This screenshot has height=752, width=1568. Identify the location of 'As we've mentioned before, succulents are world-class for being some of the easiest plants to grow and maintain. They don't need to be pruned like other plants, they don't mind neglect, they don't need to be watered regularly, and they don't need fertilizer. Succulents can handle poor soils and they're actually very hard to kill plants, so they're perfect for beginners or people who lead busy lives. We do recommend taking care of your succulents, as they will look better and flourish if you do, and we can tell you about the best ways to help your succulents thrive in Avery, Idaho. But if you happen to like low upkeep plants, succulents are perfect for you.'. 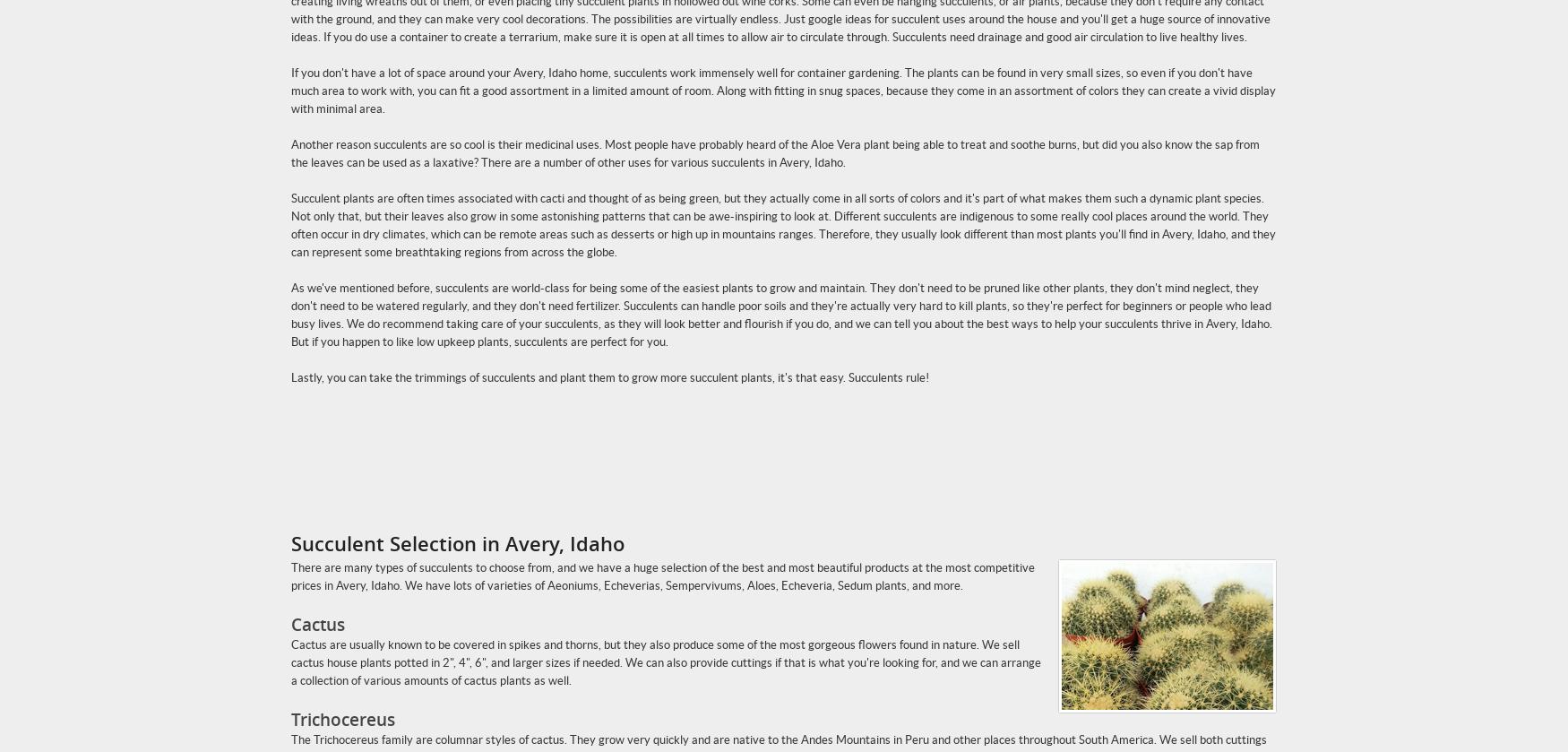
(781, 315).